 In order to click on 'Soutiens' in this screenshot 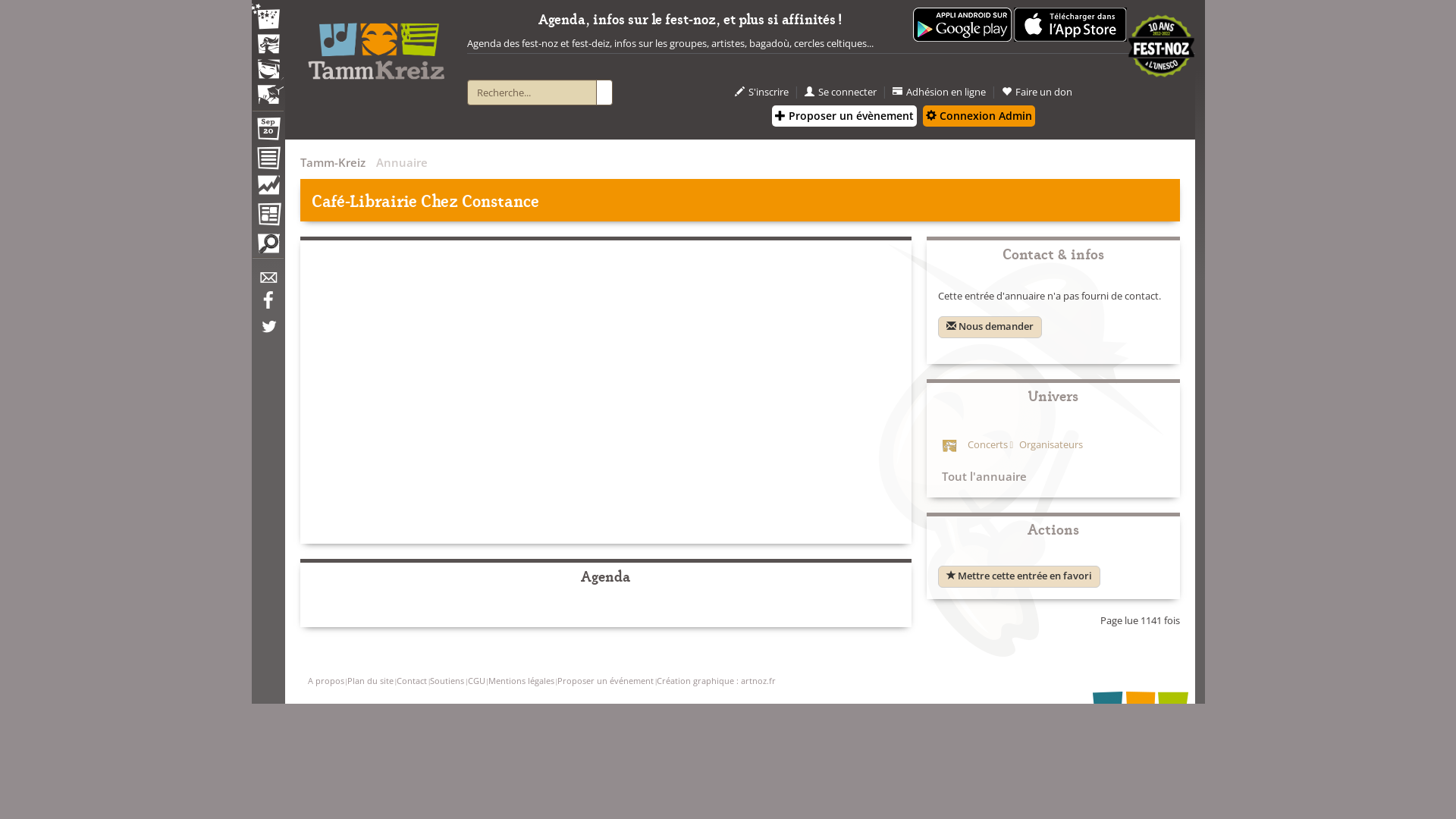, I will do `click(446, 679)`.